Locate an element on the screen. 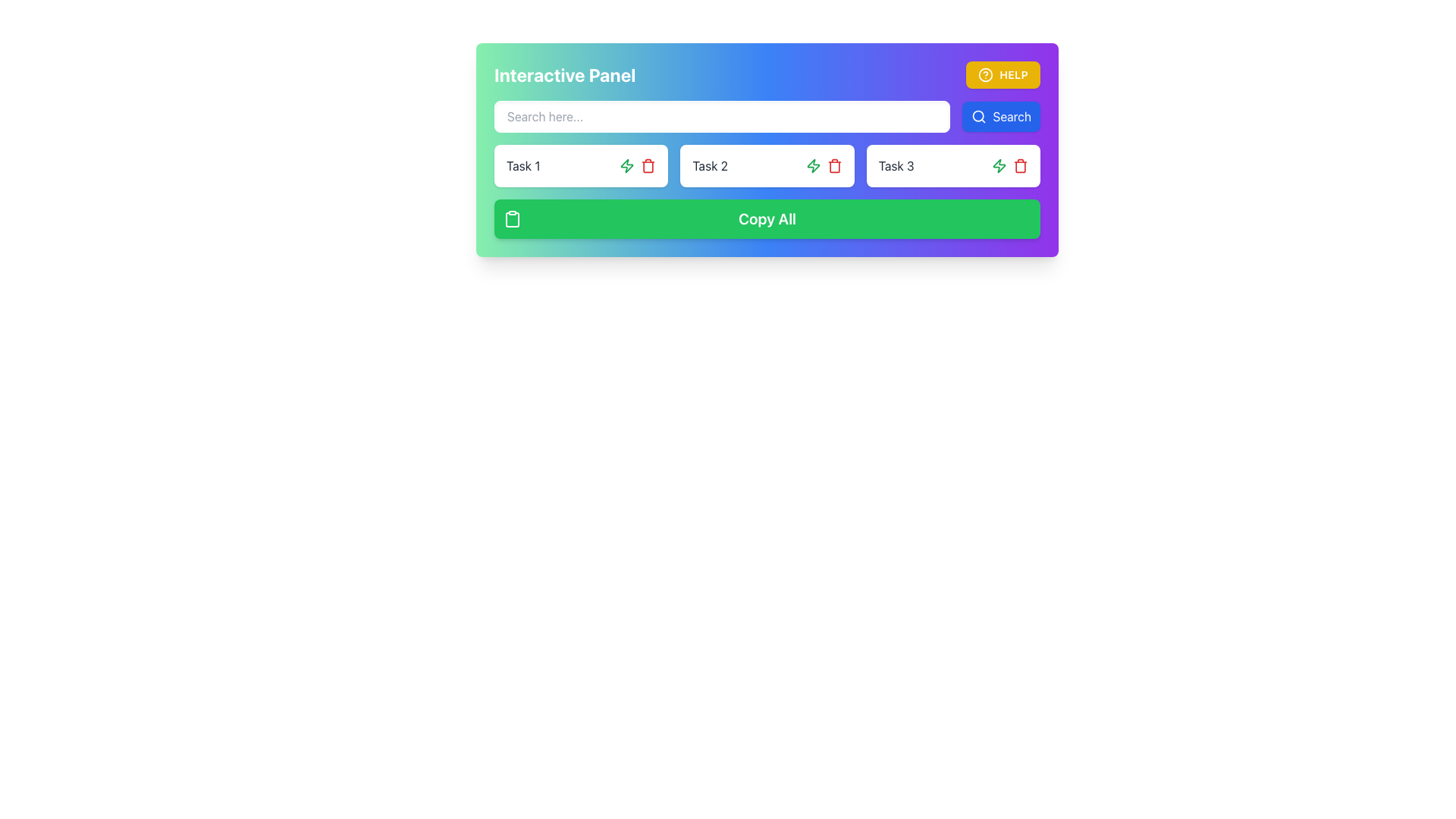 Image resolution: width=1456 pixels, height=819 pixels. the second icon in the grouped icons inside the box labeled 'Task 2', which serves as a visual indicator for the status associated with 'Task 2' is located at coordinates (627, 166).